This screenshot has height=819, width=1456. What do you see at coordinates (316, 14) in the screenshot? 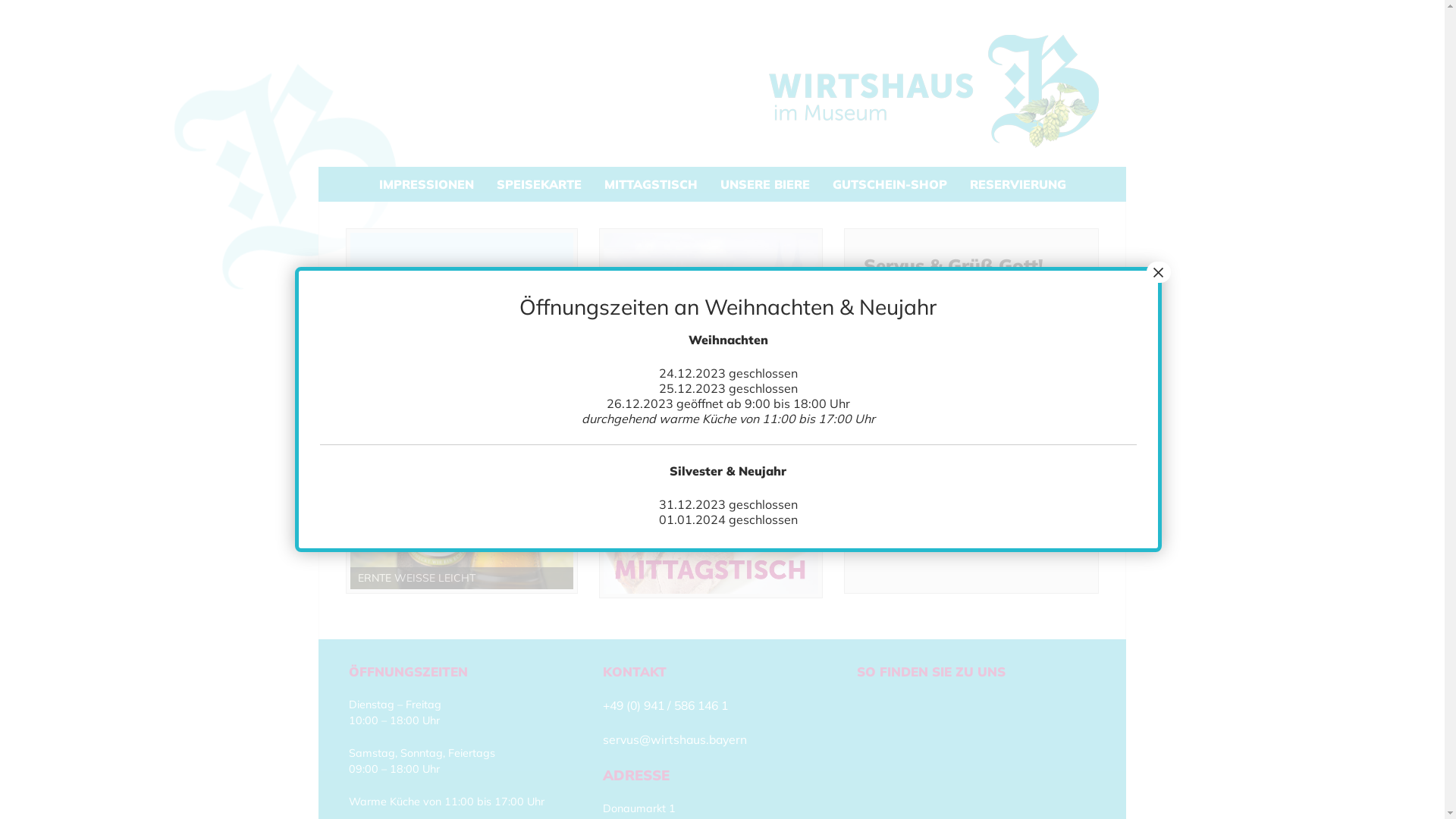
I see `'Zum Inhalt springen'` at bounding box center [316, 14].